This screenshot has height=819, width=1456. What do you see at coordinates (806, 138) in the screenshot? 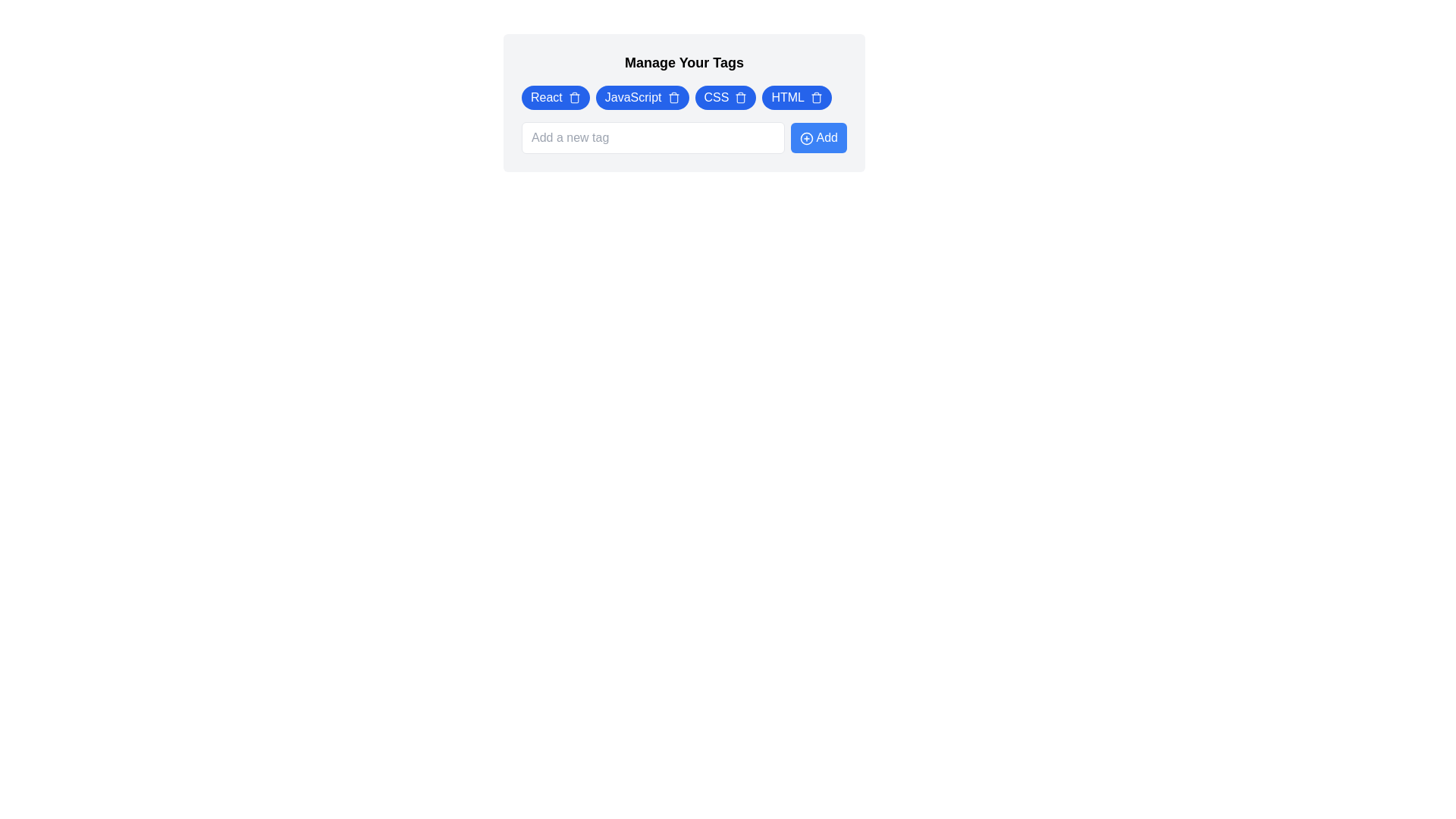
I see `the circular icon with a plus symbol, which is the leftmost component of the 'Add' button` at bounding box center [806, 138].